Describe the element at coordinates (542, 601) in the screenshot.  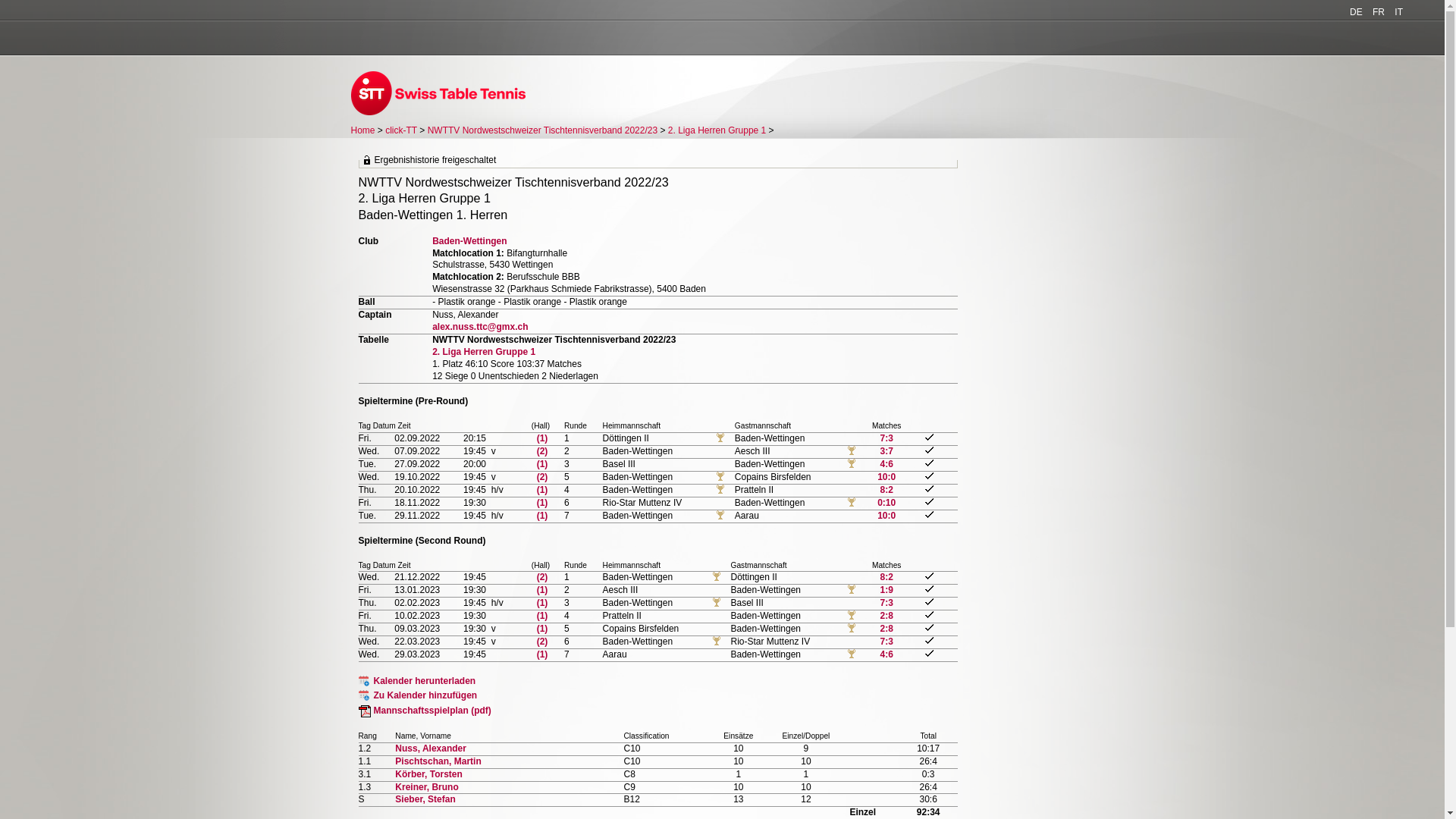
I see `'(1)'` at that location.